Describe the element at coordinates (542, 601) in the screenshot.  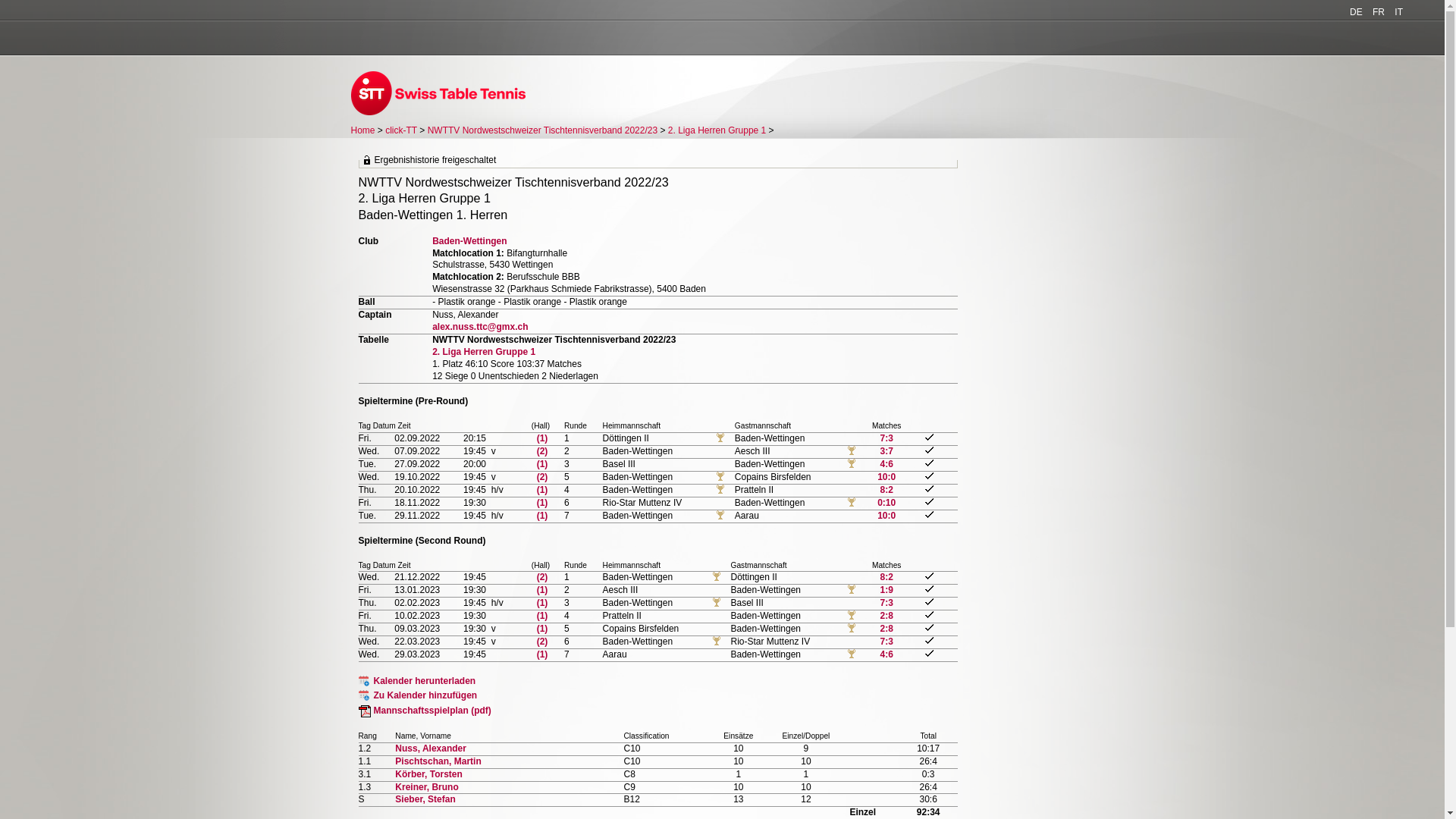
I see `'(1)'` at that location.